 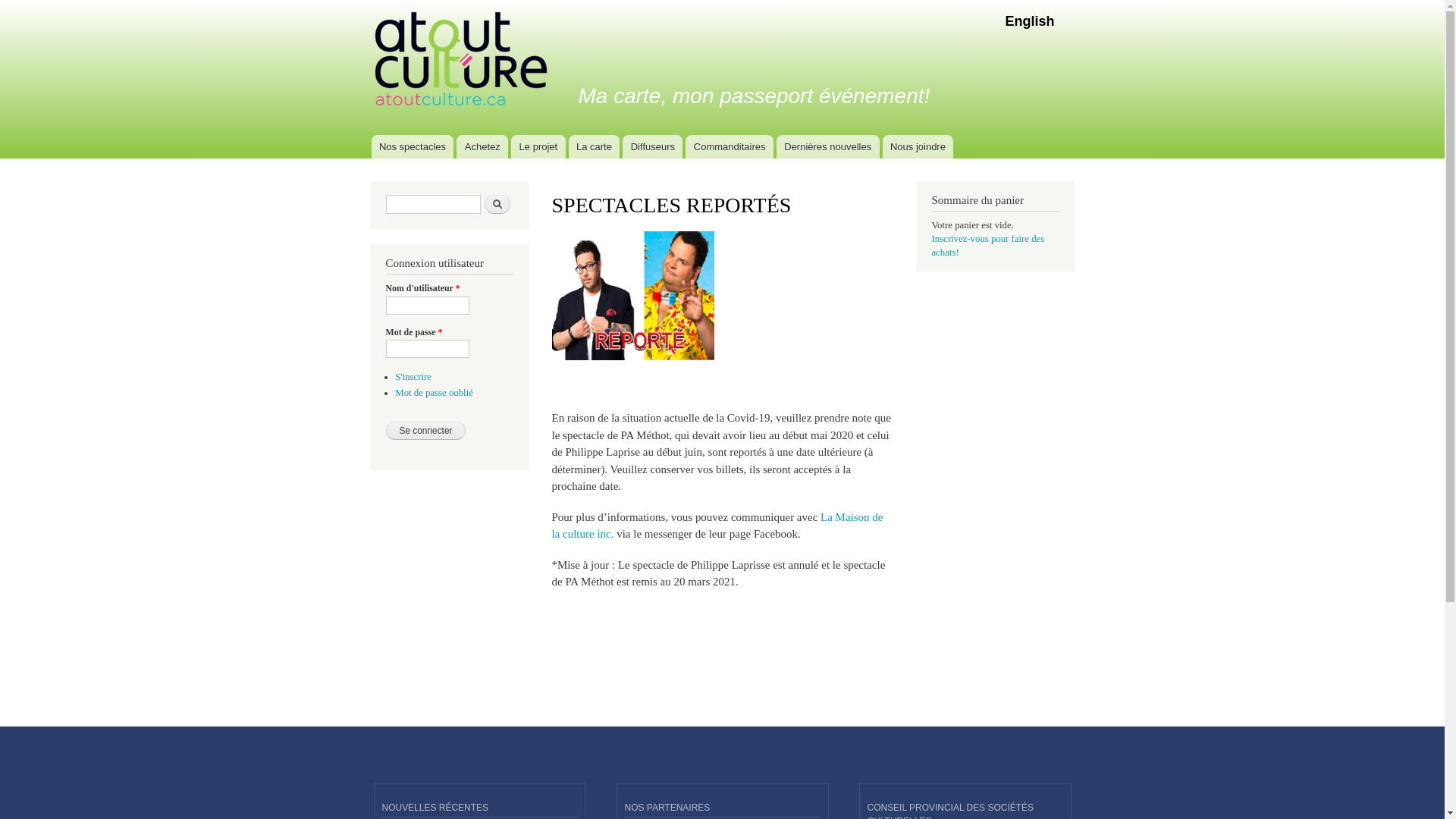 What do you see at coordinates (455, 146) in the screenshot?
I see `'Achetez'` at bounding box center [455, 146].